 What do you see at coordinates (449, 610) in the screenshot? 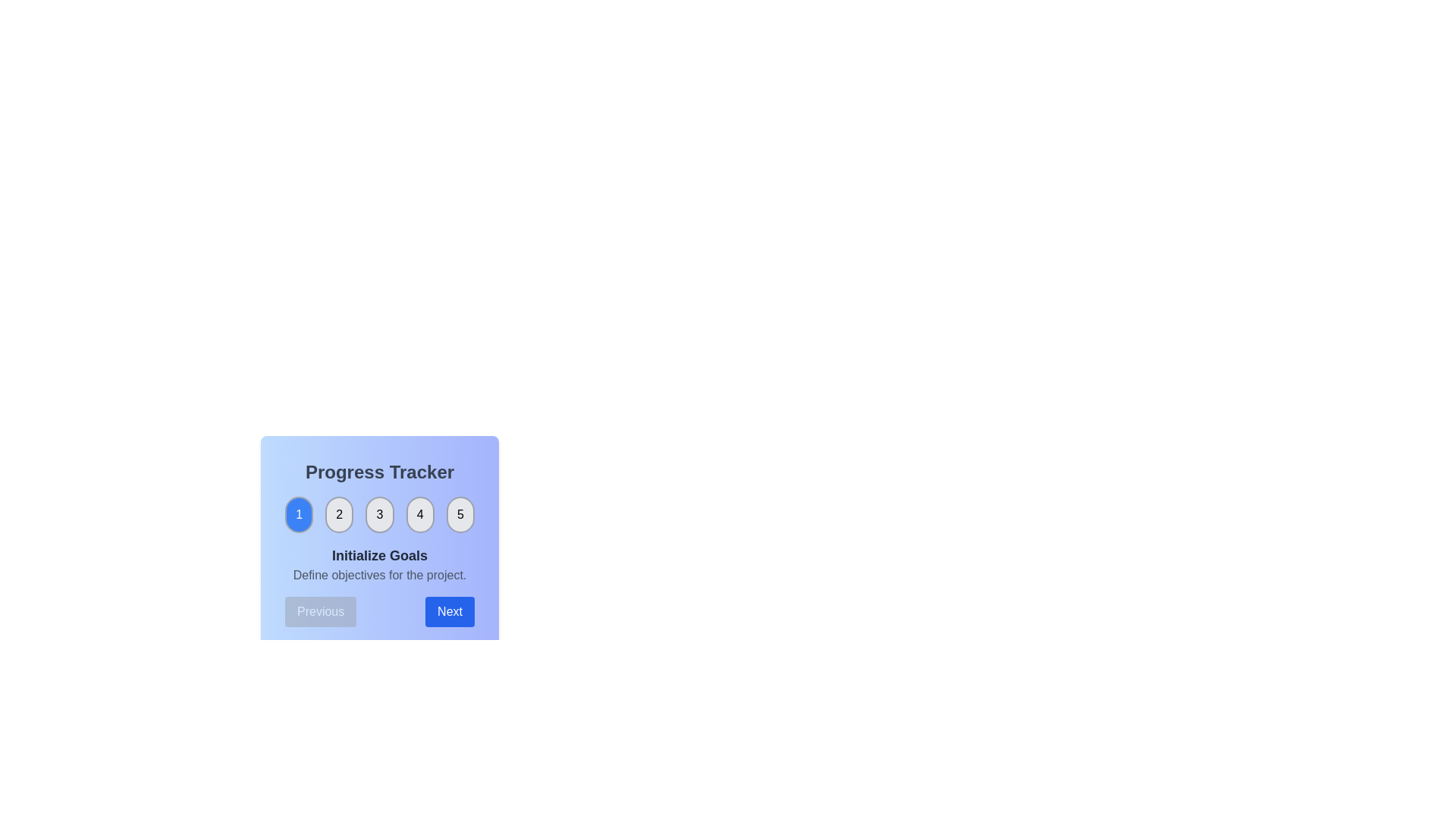
I see `the 'Next' button to proceed to the next step` at bounding box center [449, 610].